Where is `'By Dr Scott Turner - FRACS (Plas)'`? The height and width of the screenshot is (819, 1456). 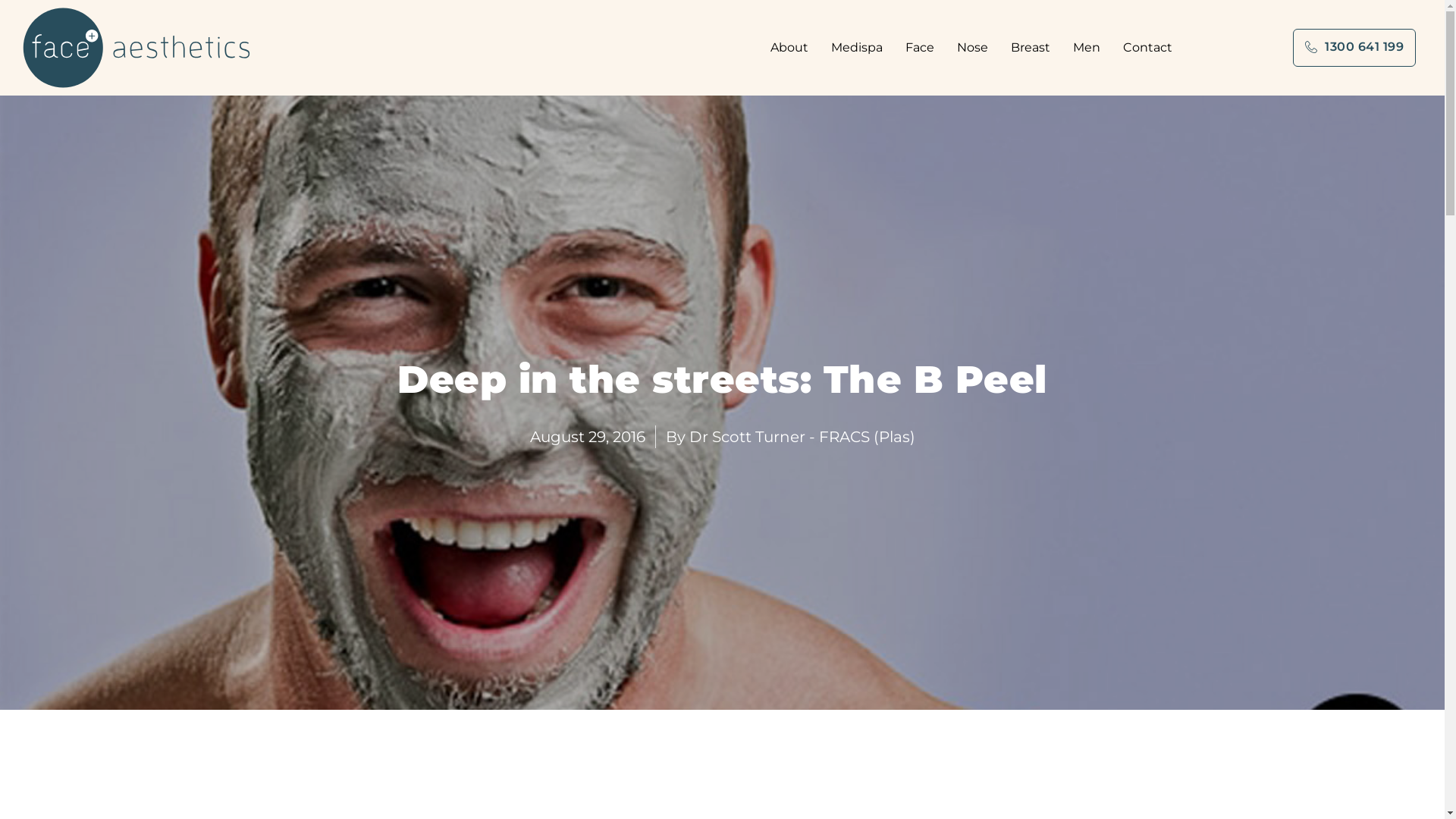
'By Dr Scott Turner - FRACS (Plas)' is located at coordinates (789, 436).